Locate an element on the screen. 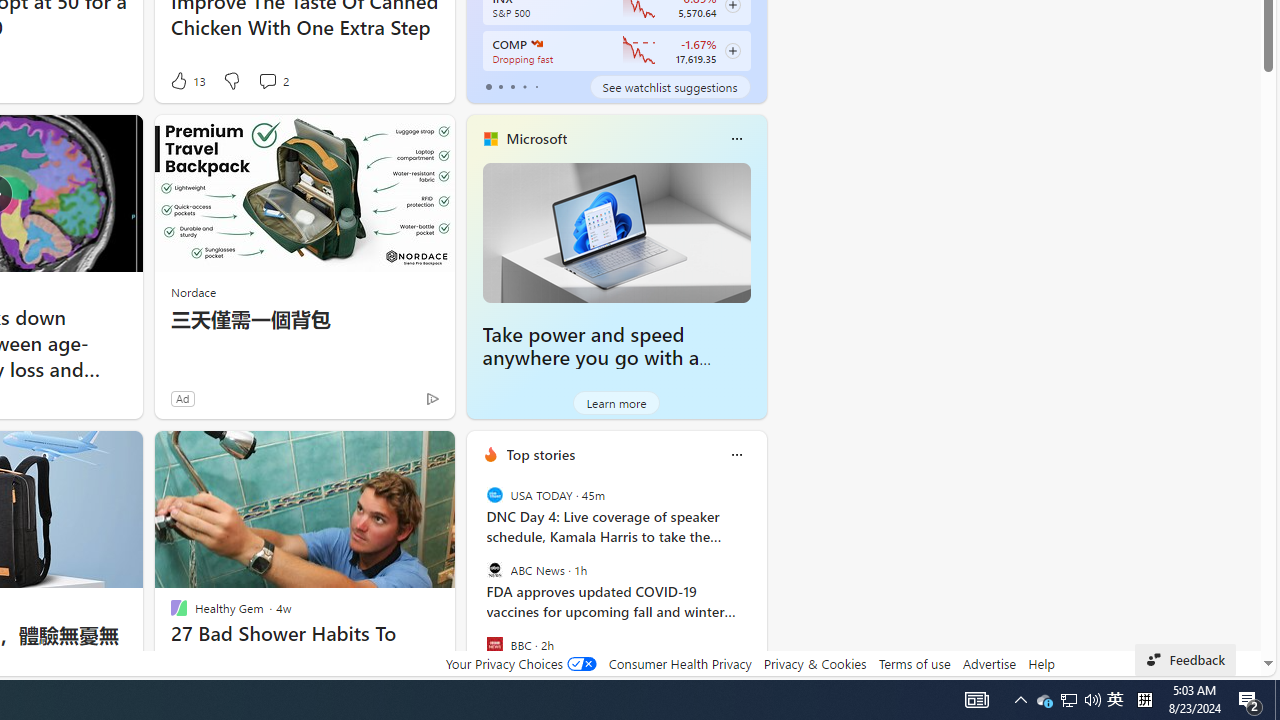 The width and height of the screenshot is (1280, 720). 'tab-4' is located at coordinates (536, 86).